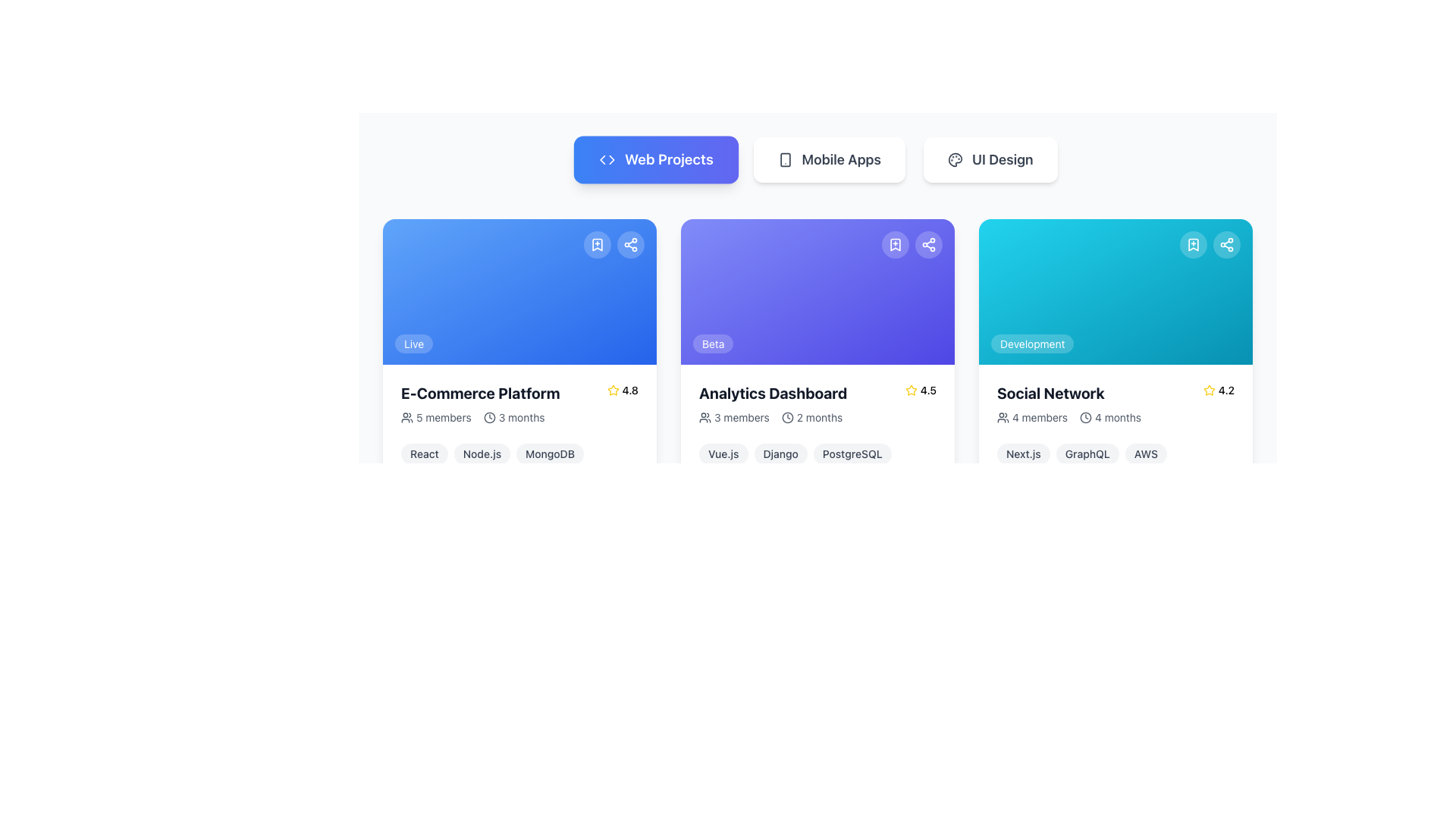 The height and width of the screenshot is (819, 1456). I want to click on the Circle graphical indicator that represents the boundary of the clock icon located at the top-right corner of the middle card in a horizontal layout of three cards, so click(787, 418).